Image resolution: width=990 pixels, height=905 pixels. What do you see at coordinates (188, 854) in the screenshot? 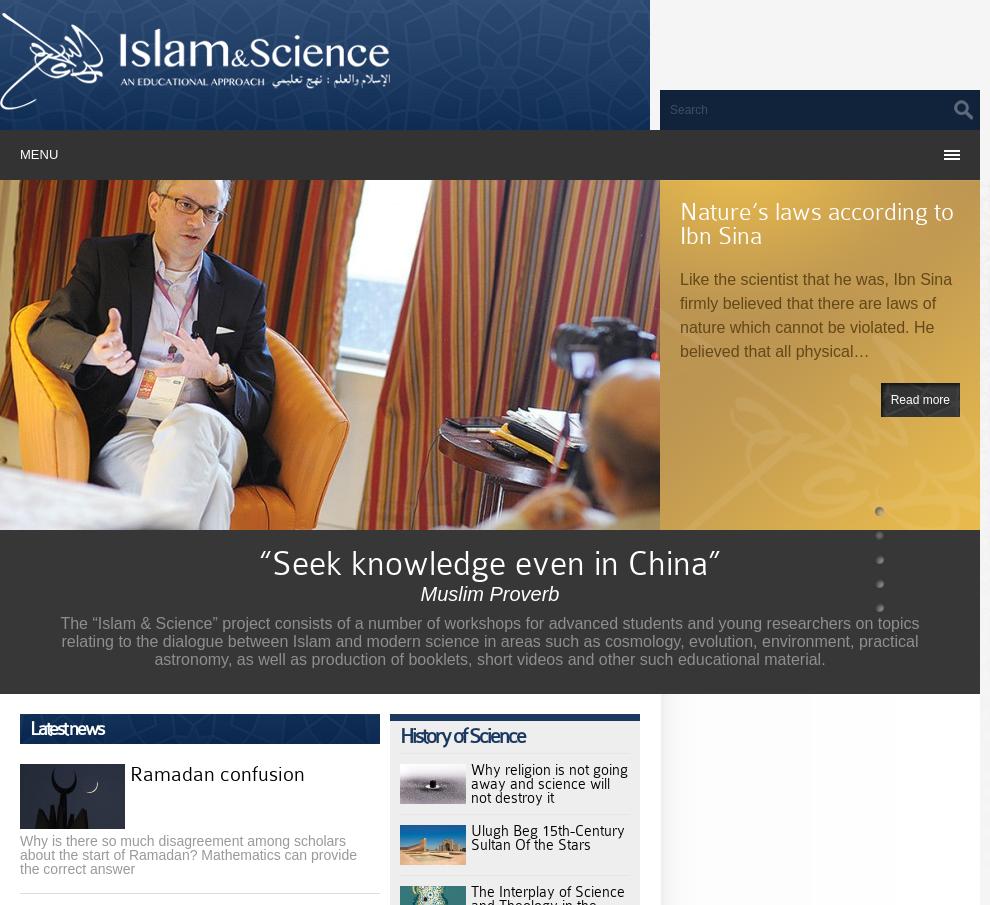
I see `'Why is there so much disagreement among scholars about the start of Ramadan? Mathematics can provide the correct answer'` at bounding box center [188, 854].